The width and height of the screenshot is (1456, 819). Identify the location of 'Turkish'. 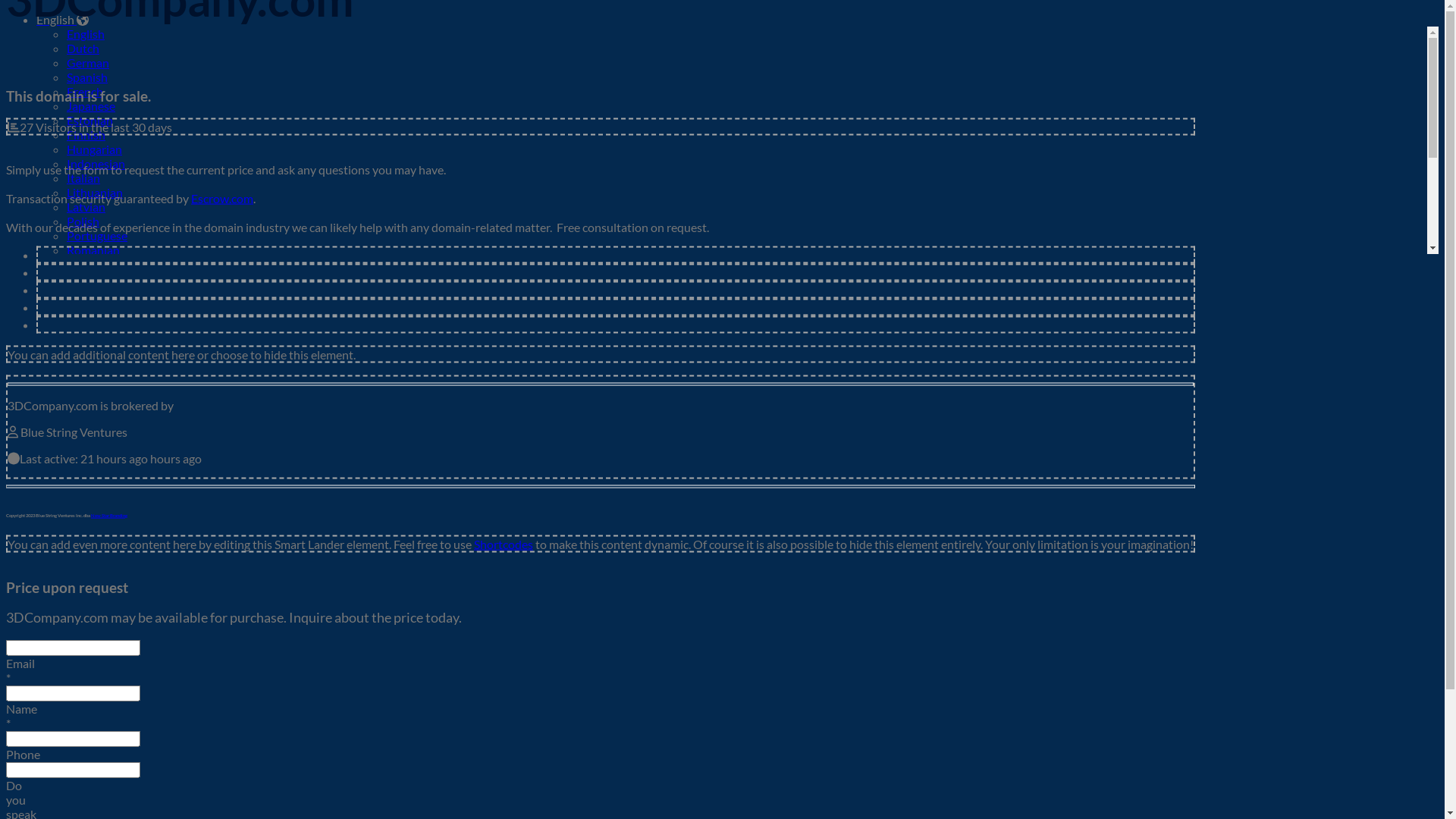
(85, 321).